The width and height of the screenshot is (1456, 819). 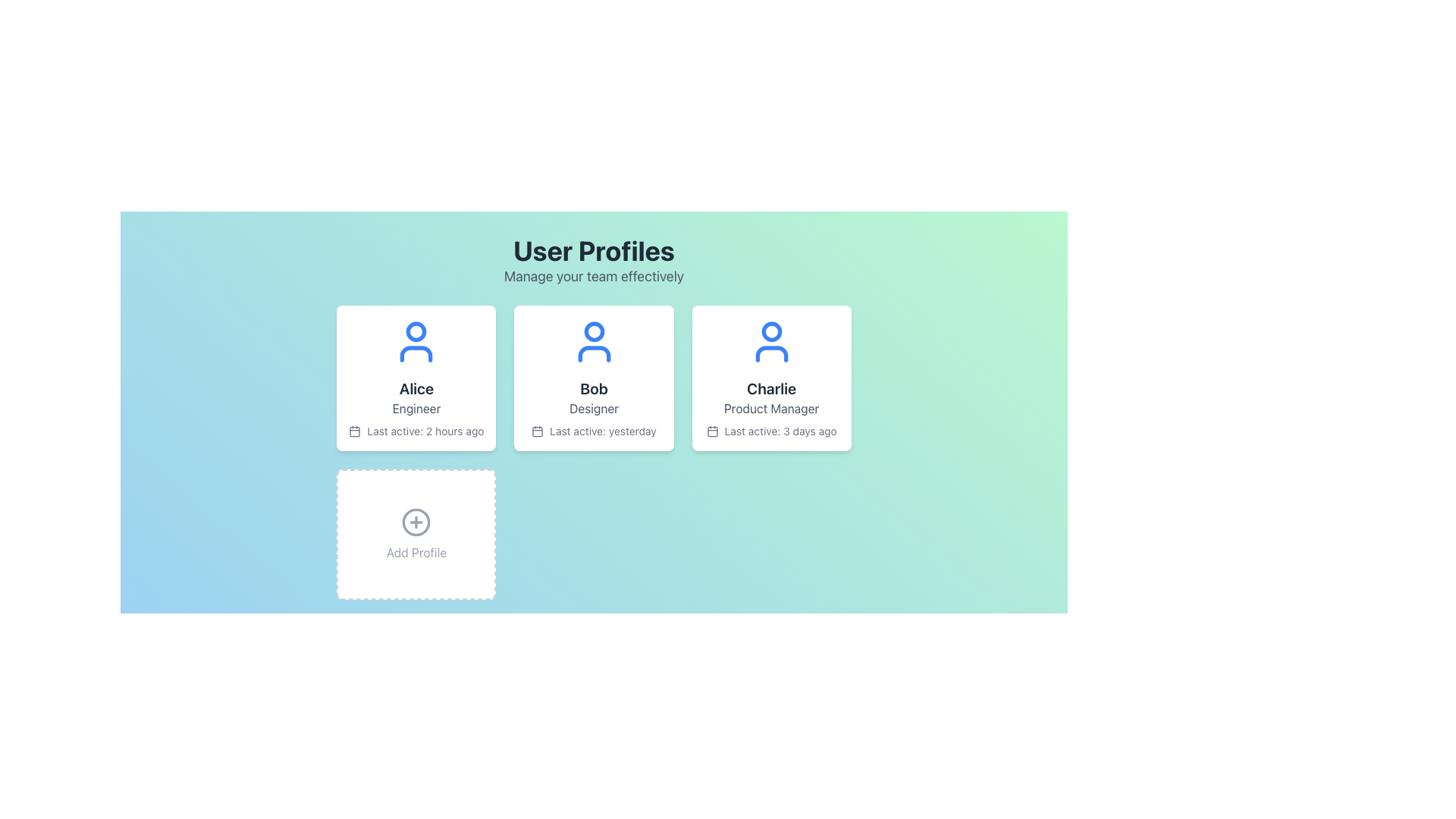 I want to click on the job role text label in the user profile card, so click(x=416, y=408).